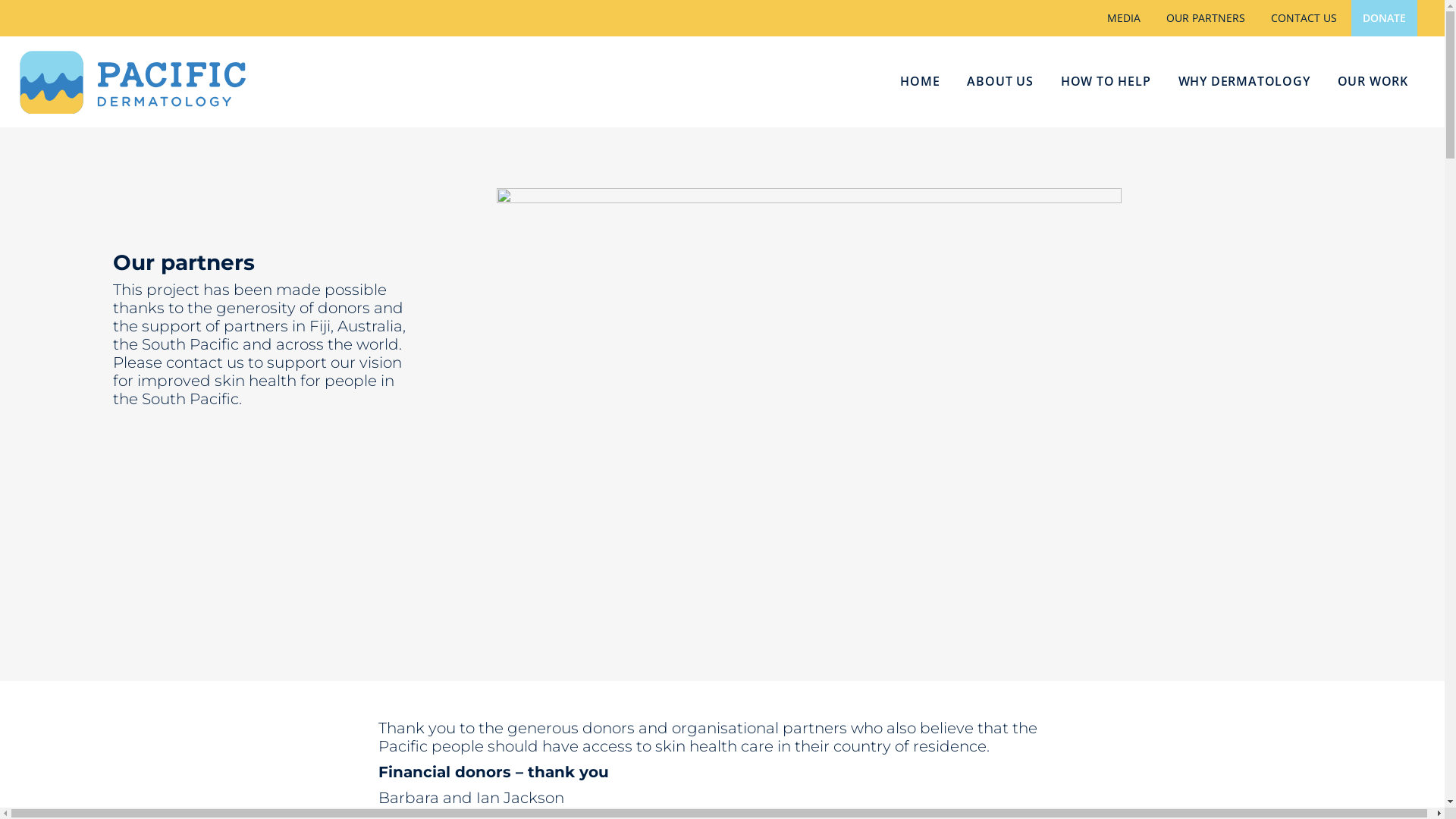 This screenshot has width=1456, height=819. I want to click on 'HOW TO HELP', so click(1106, 82).